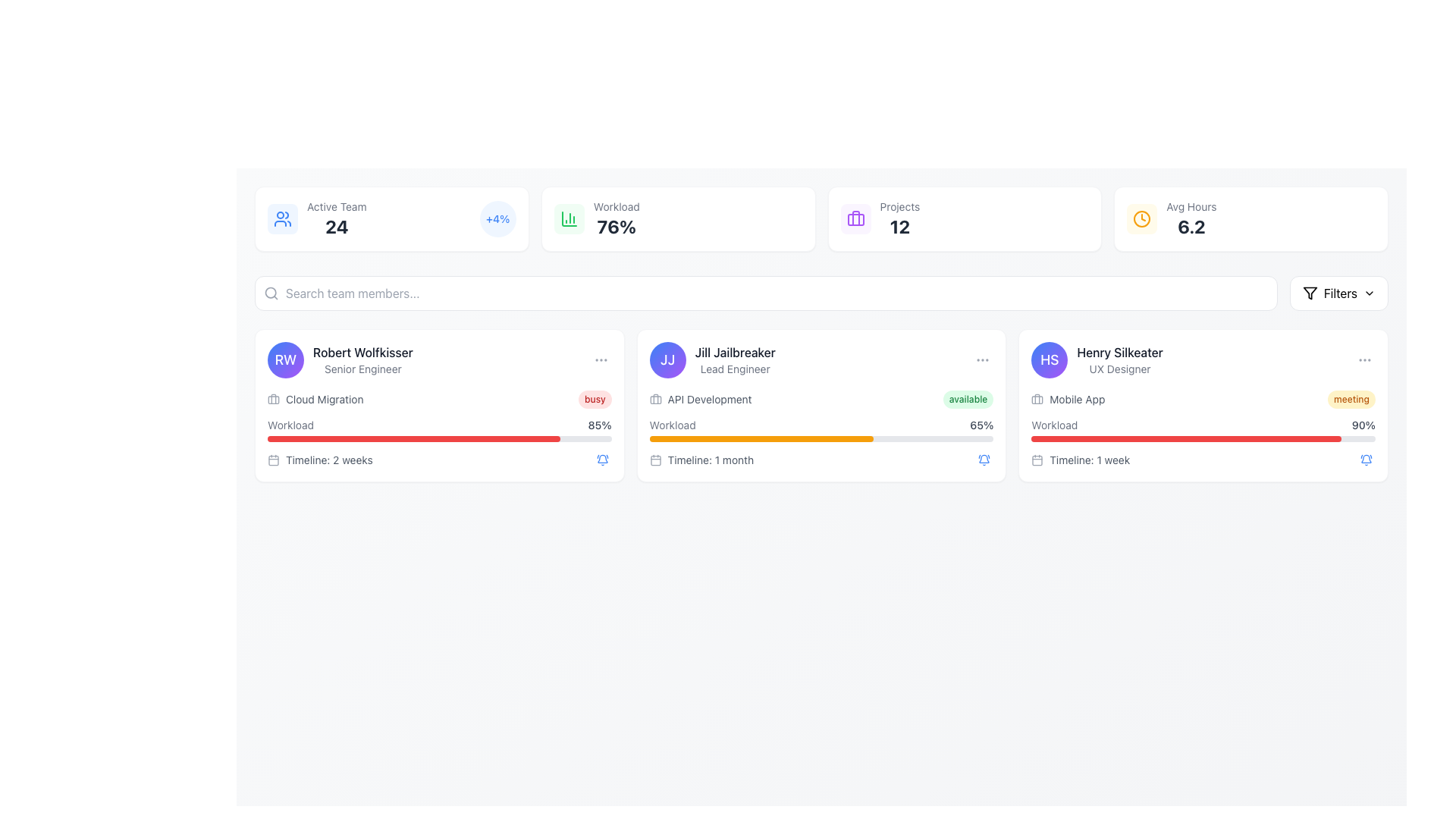 The image size is (1456, 819). Describe the element at coordinates (315, 399) in the screenshot. I see `the 'Cloud Migration' label component element, which includes a briefcase icon and is styled in gray, located within the first user profile card` at that location.